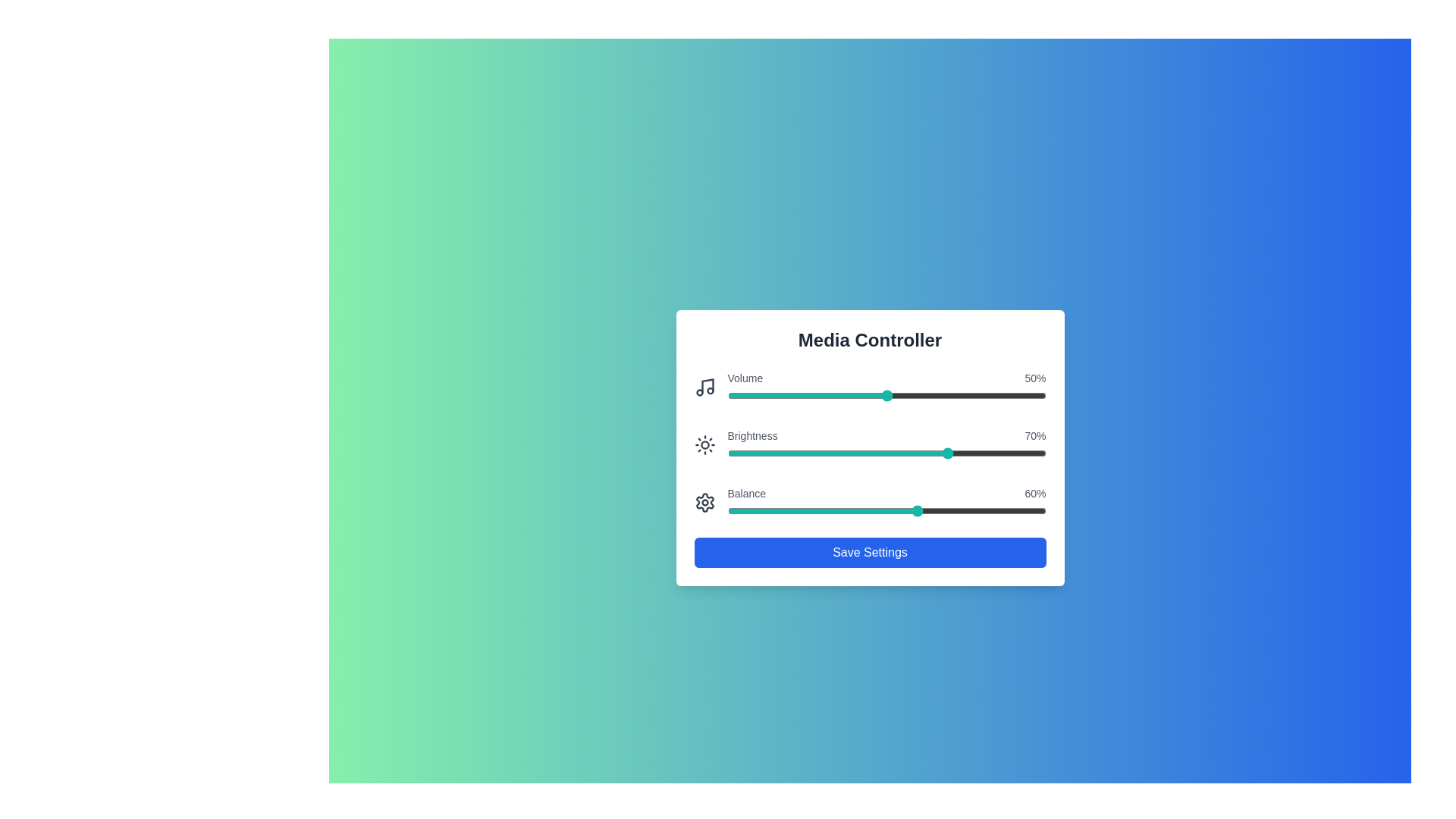  What do you see at coordinates (864, 394) in the screenshot?
I see `the volume slider to 43% by dragging the slider handle` at bounding box center [864, 394].